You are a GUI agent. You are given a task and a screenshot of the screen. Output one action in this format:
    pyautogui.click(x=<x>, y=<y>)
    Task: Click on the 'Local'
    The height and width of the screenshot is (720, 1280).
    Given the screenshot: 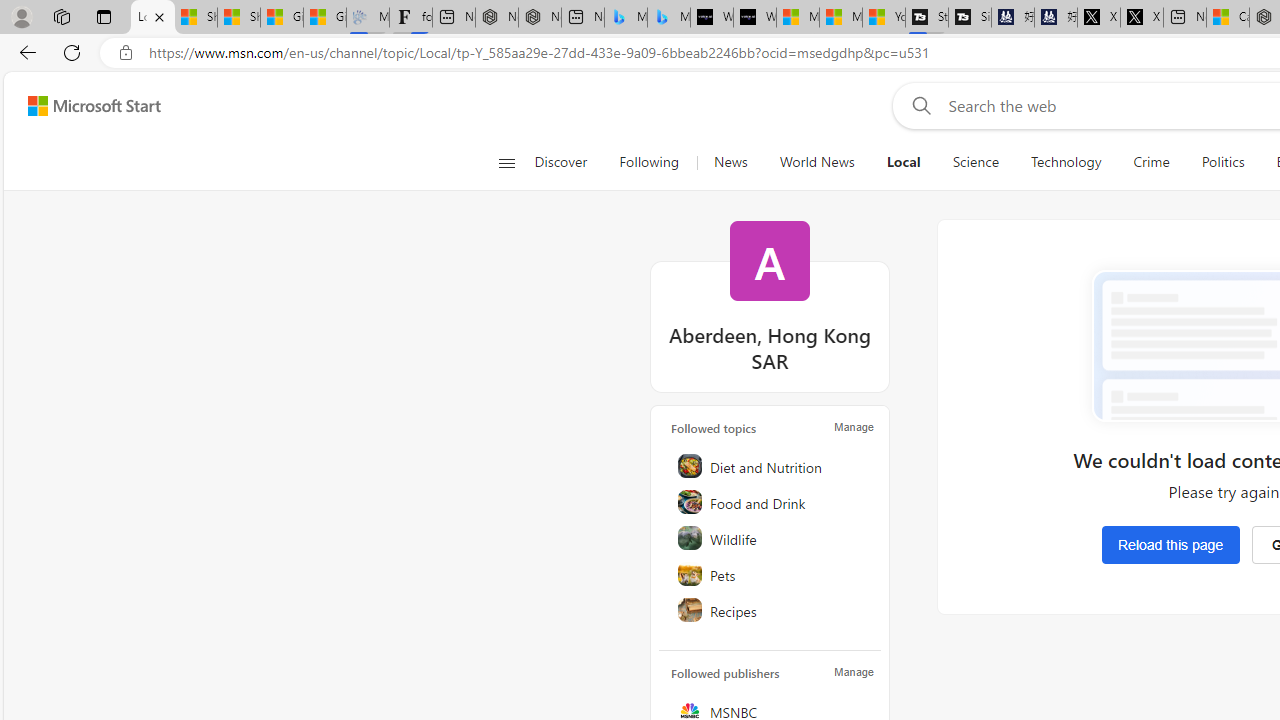 What is the action you would take?
    pyautogui.click(x=902, y=162)
    